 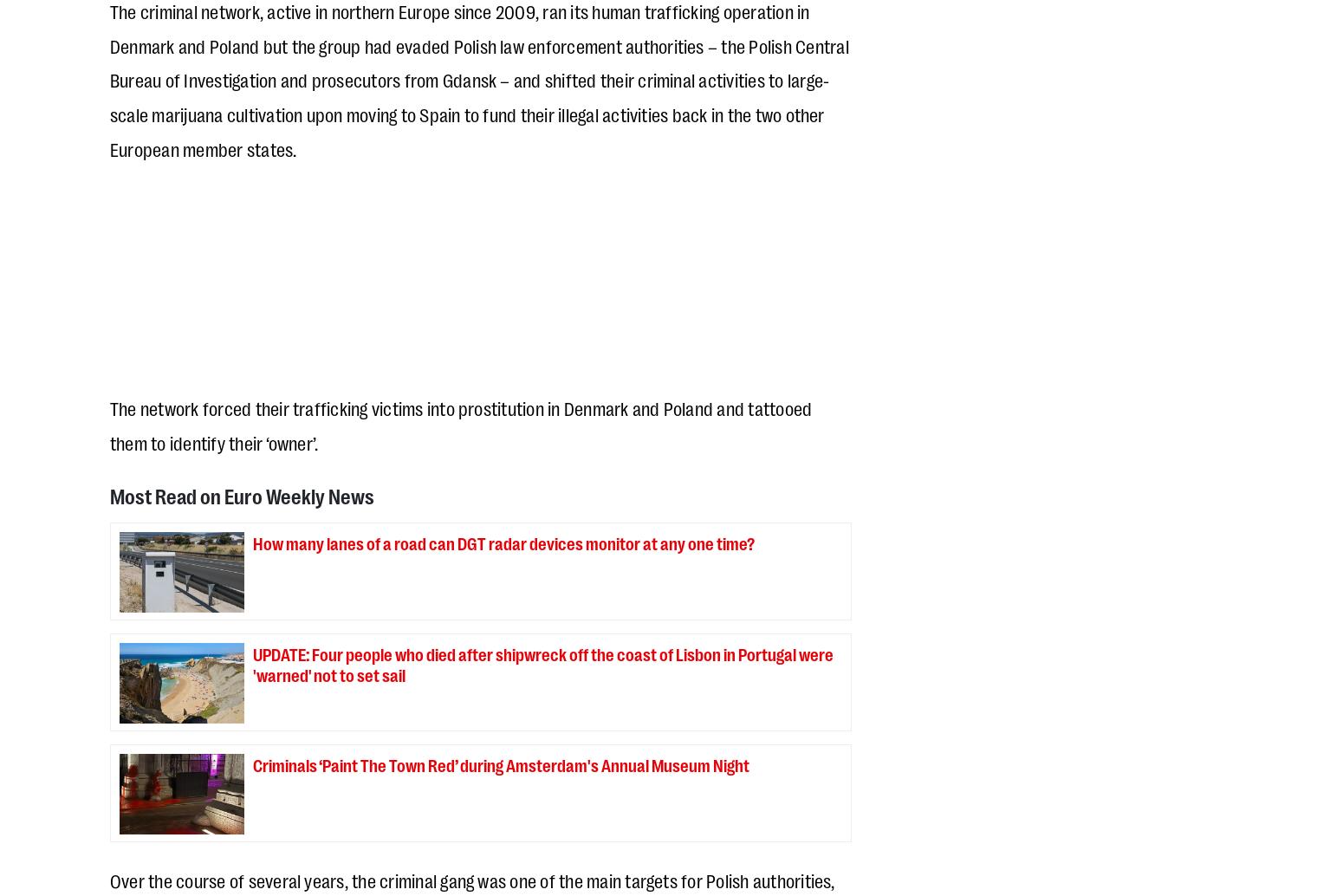 I want to click on 'Our publication has won numerous awards over the last 25 years including Best Free Newspaper of the Year (Premios AEEPP), Company of the Year (Costa del Sol Business Awards) and Collaboration with Foreigners honours (Mijas Town Hall). All of this comes at ZERO cost to our readers. All our print and online content always has been and always will be FREE OF CHARGE.', so click(x=476, y=644).